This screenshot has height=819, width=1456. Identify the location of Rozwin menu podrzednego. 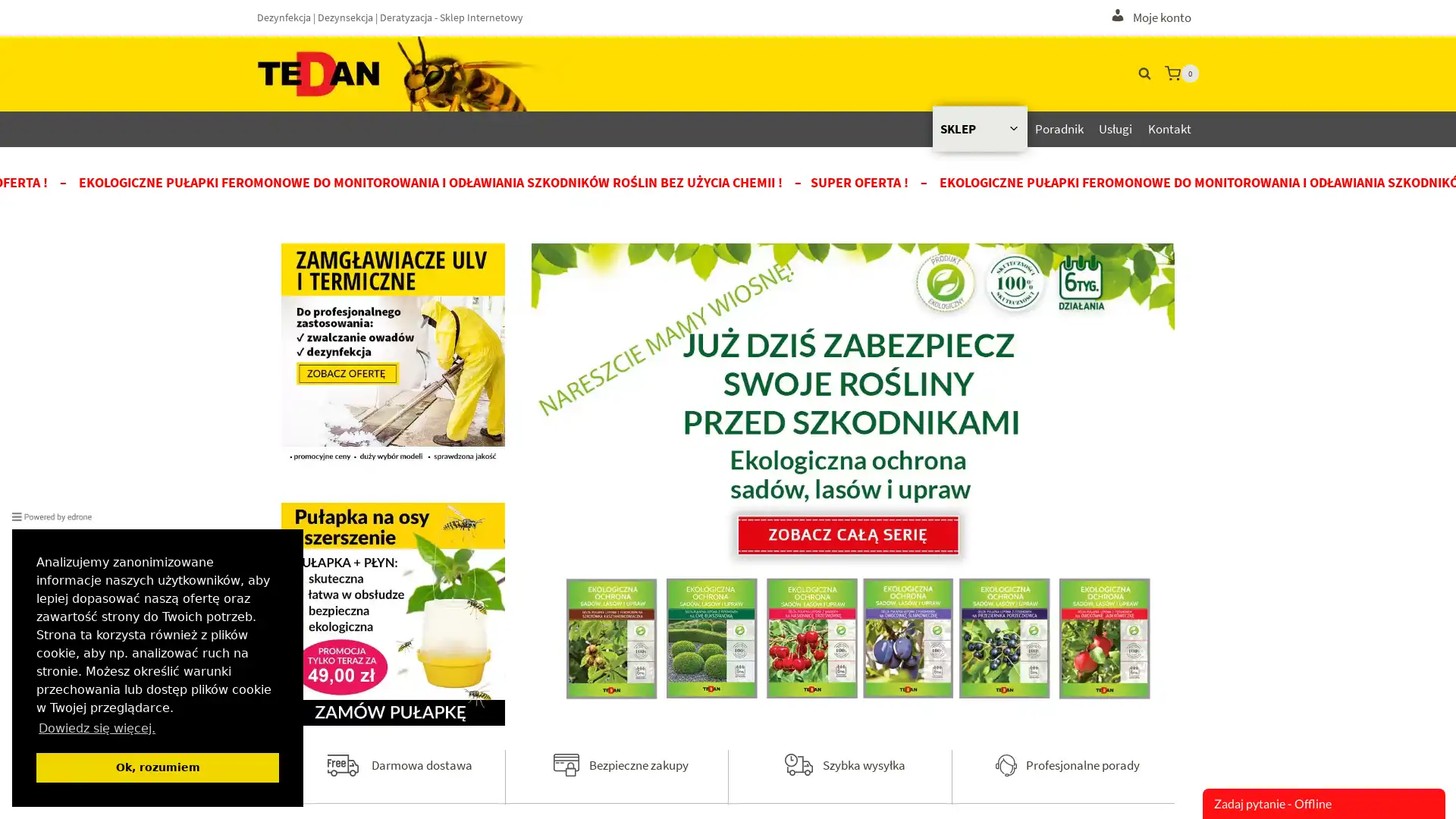
(979, 127).